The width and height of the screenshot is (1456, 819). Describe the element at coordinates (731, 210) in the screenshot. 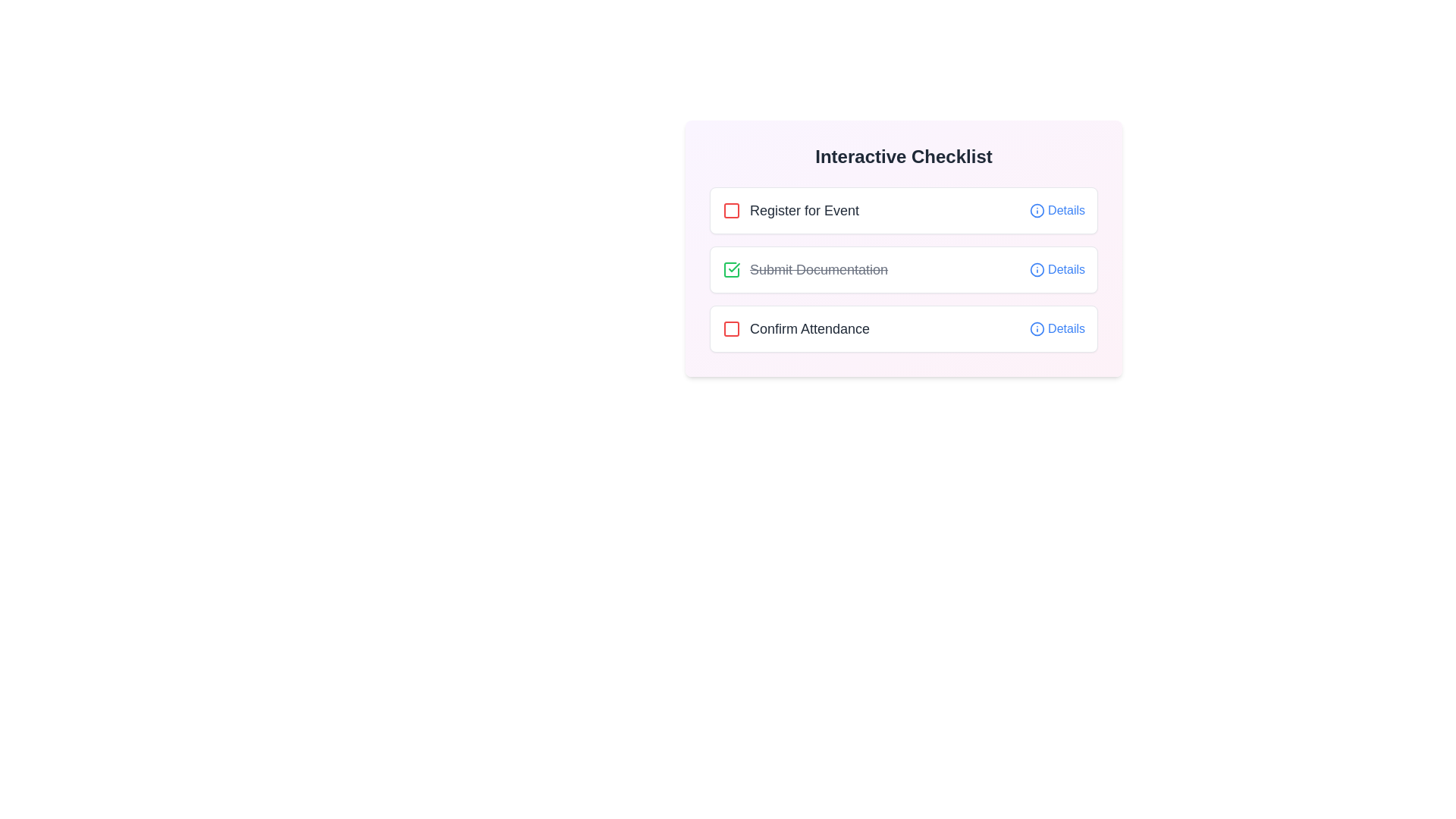

I see `the unchecked checkbox located to the left of the 'Register for Event' text` at that location.